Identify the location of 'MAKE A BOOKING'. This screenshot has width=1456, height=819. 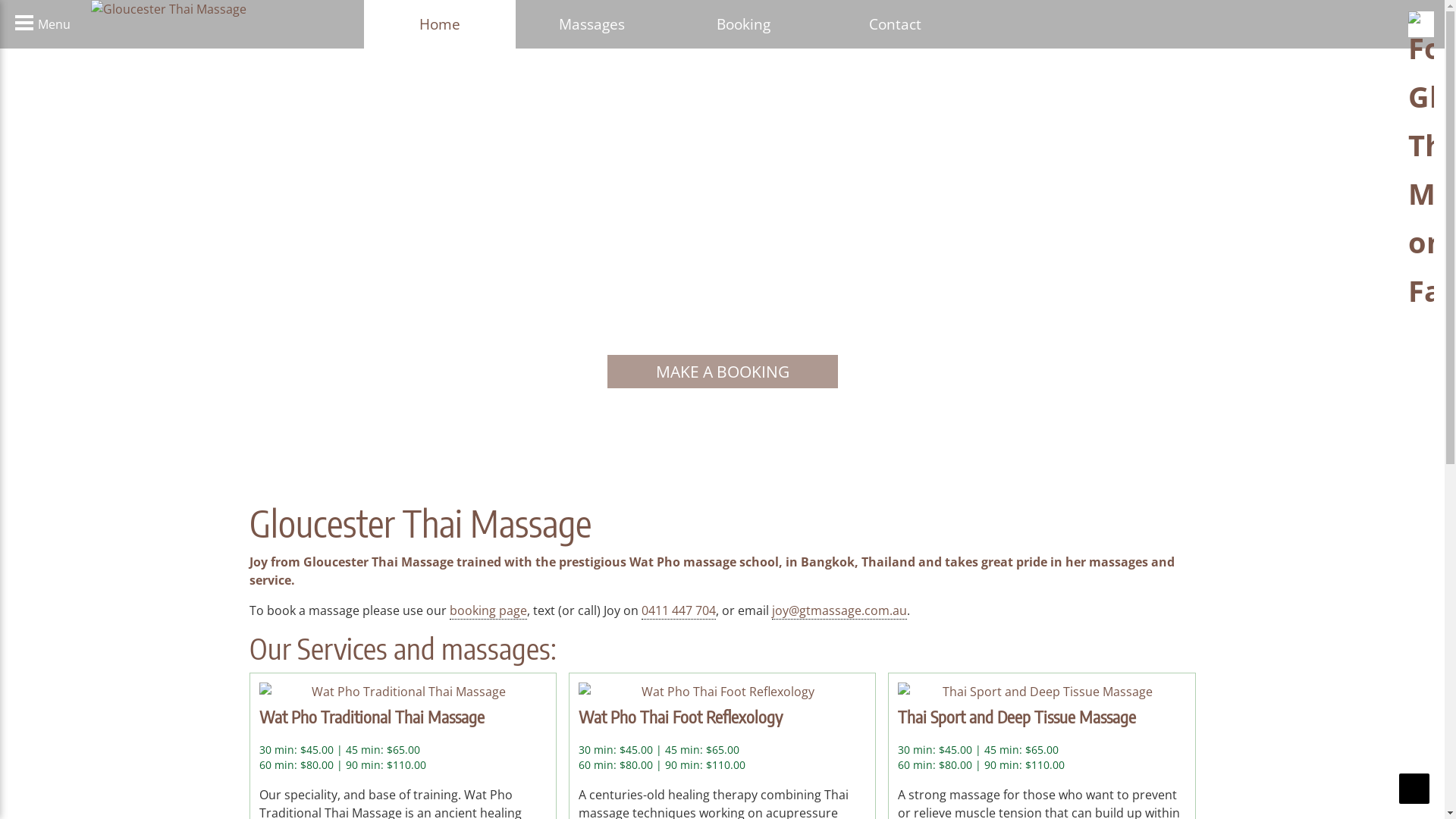
(720, 371).